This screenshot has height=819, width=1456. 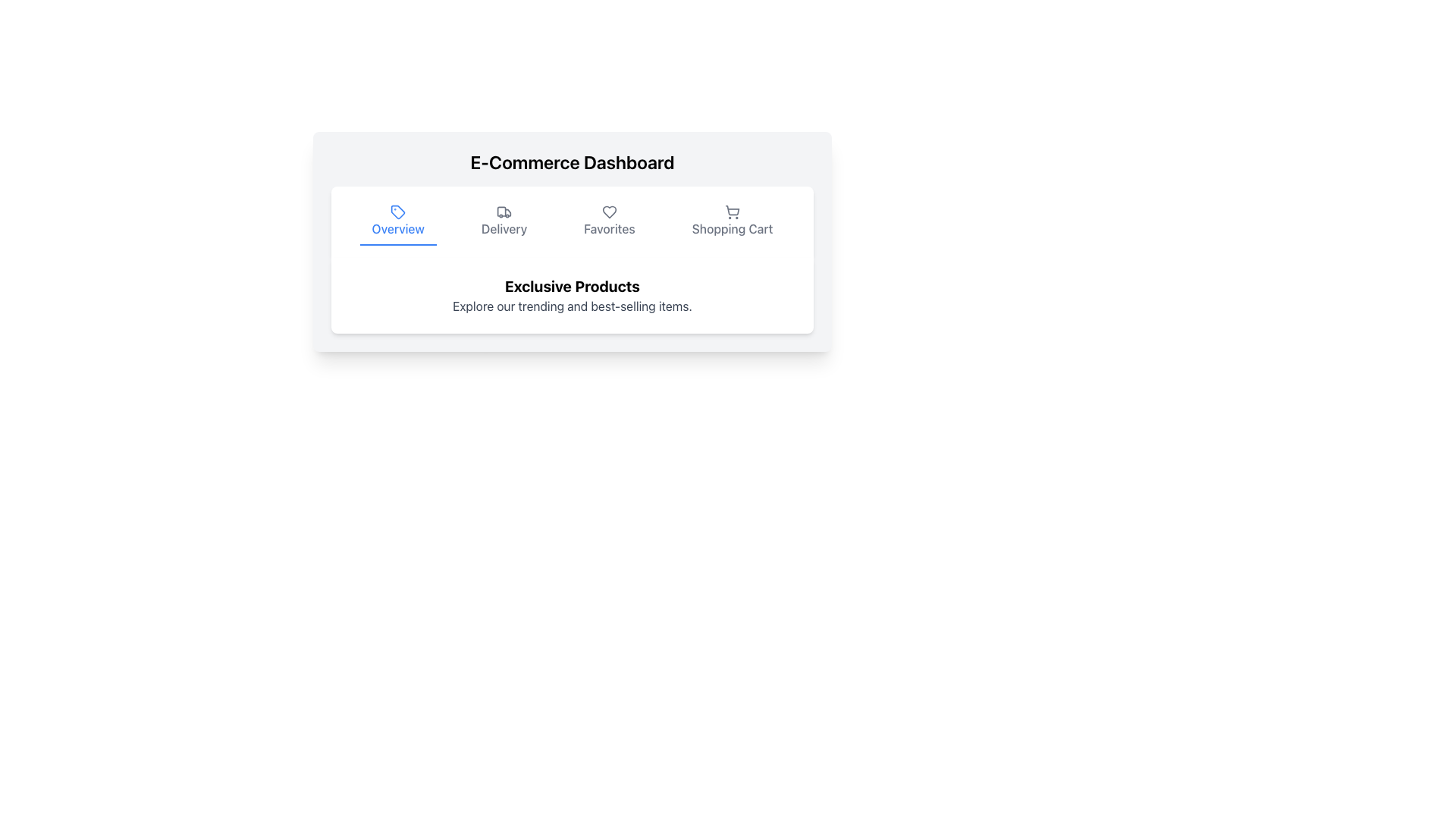 I want to click on the 'Favorites' text label in the navigation bar, so click(x=609, y=228).